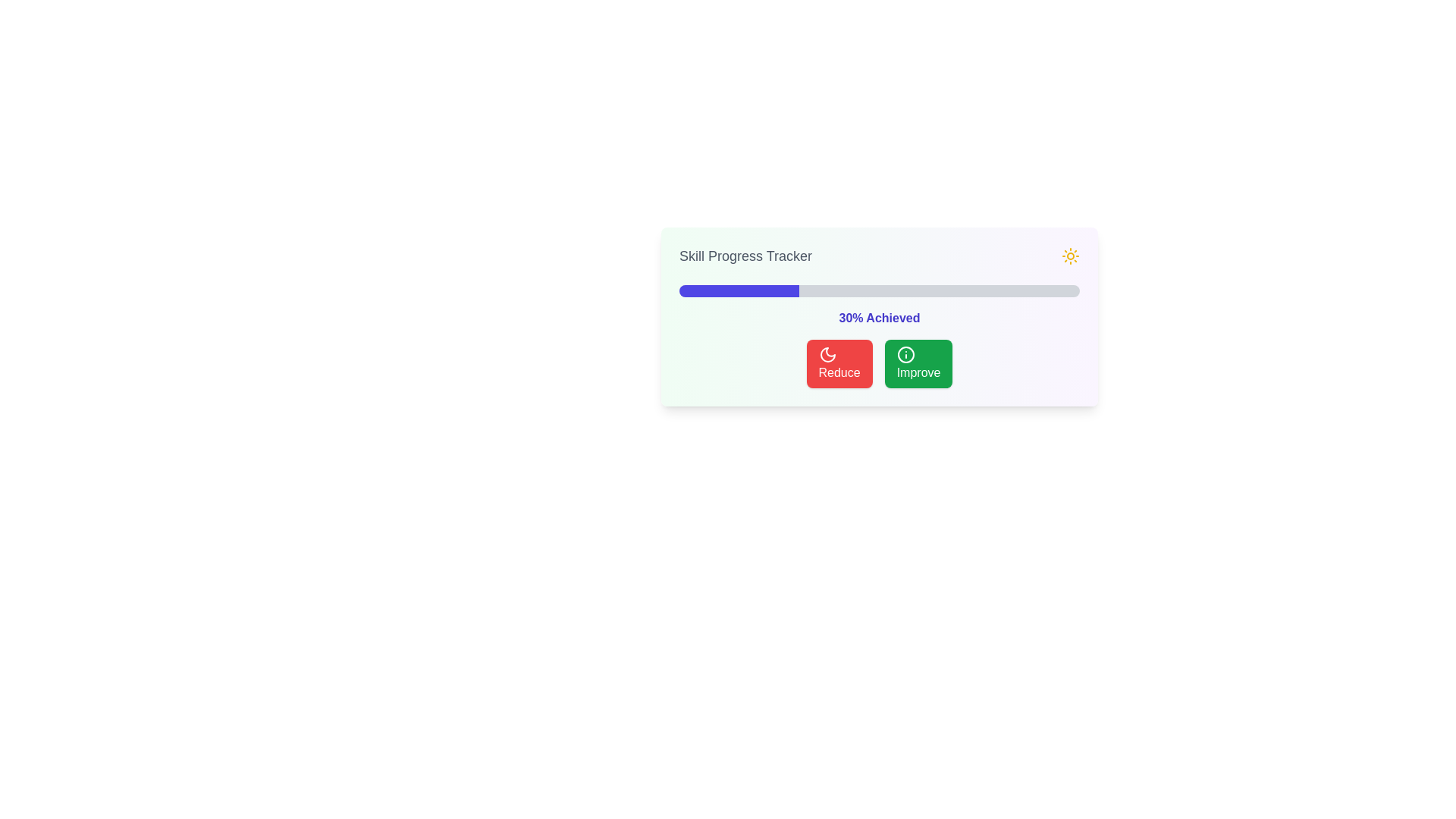 This screenshot has height=819, width=1456. I want to click on the icon associated with the 'Improve' button, which is located to the left of the 'Improve' label within a green button, so click(905, 354).